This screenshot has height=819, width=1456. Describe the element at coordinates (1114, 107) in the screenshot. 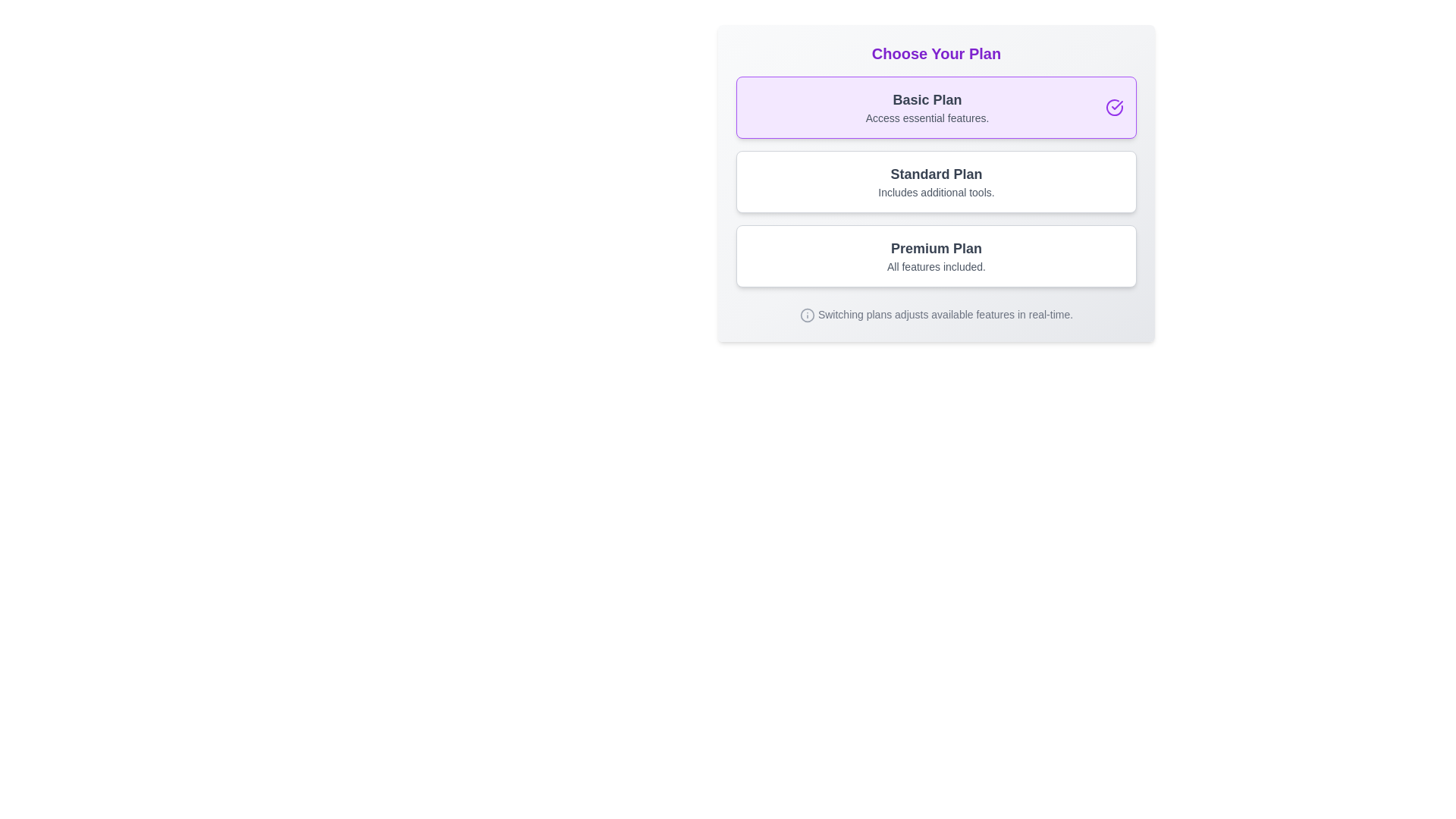

I see `the SVG icon that visually confirms the selection of the 'Basic Plan' option, which is located right-aligned beside the plan's textual description` at that location.